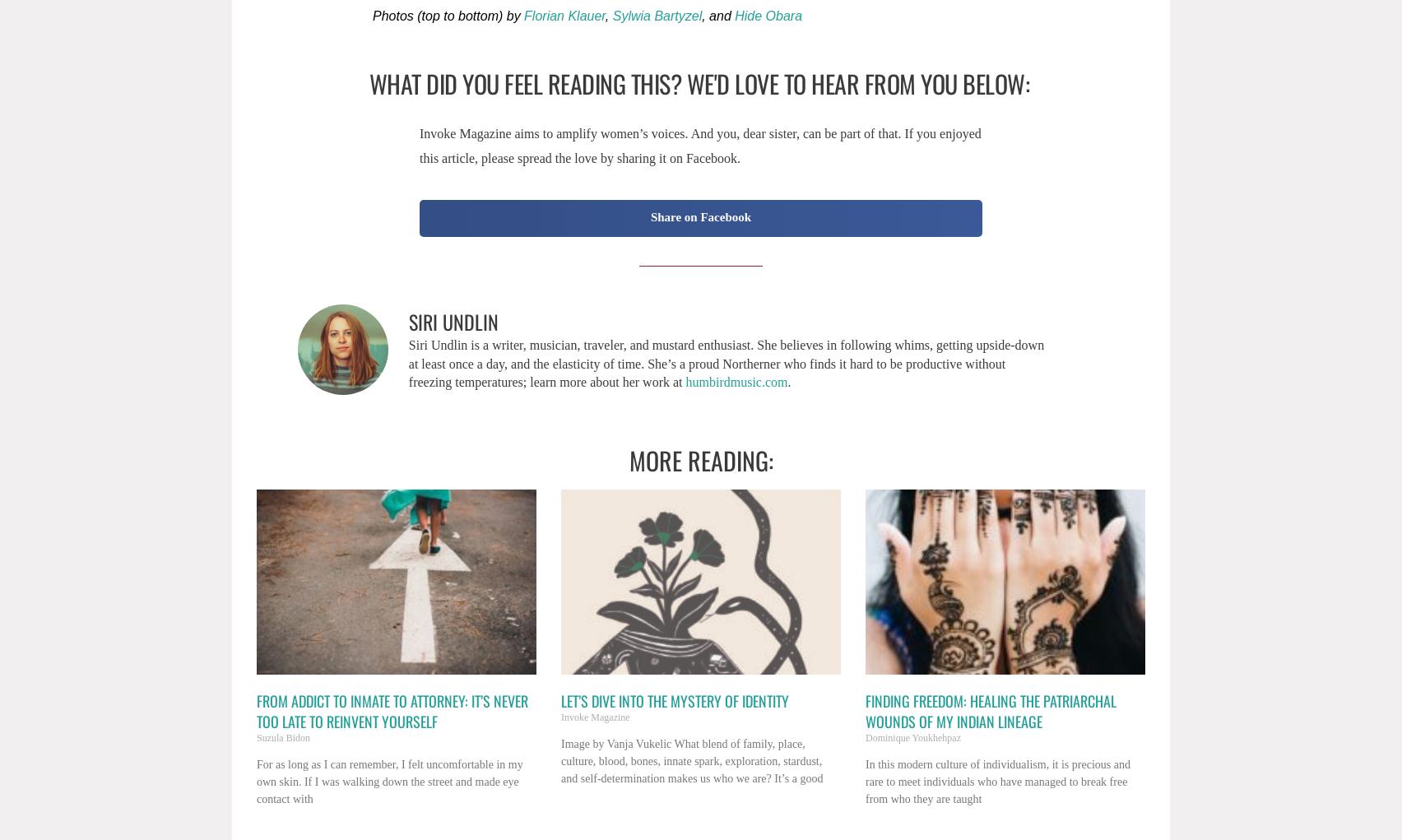 The image size is (1402, 840). What do you see at coordinates (564, 15) in the screenshot?
I see `'Florian Klauer'` at bounding box center [564, 15].